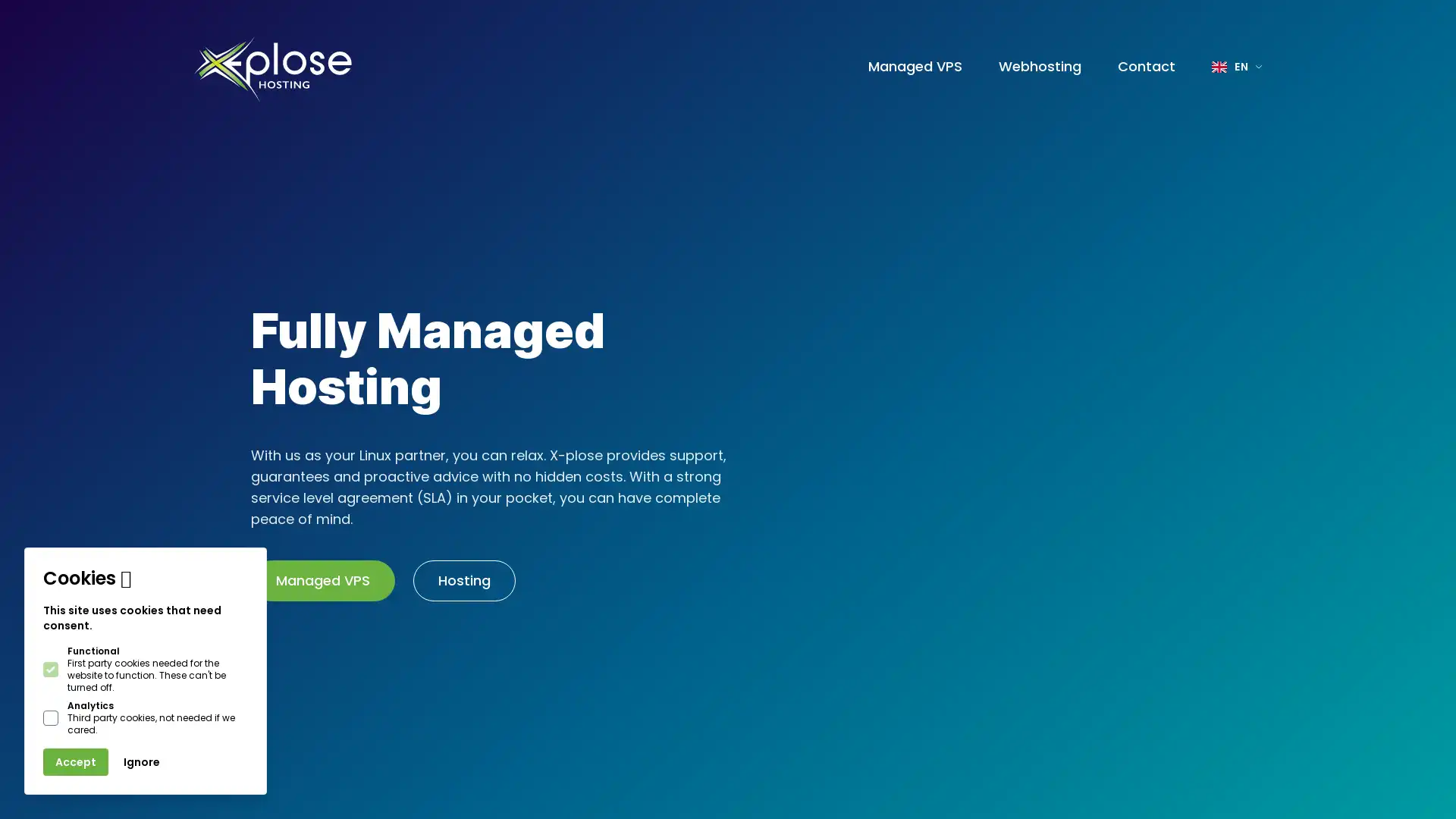 The image size is (1456, 819). I want to click on Accept, so click(75, 762).